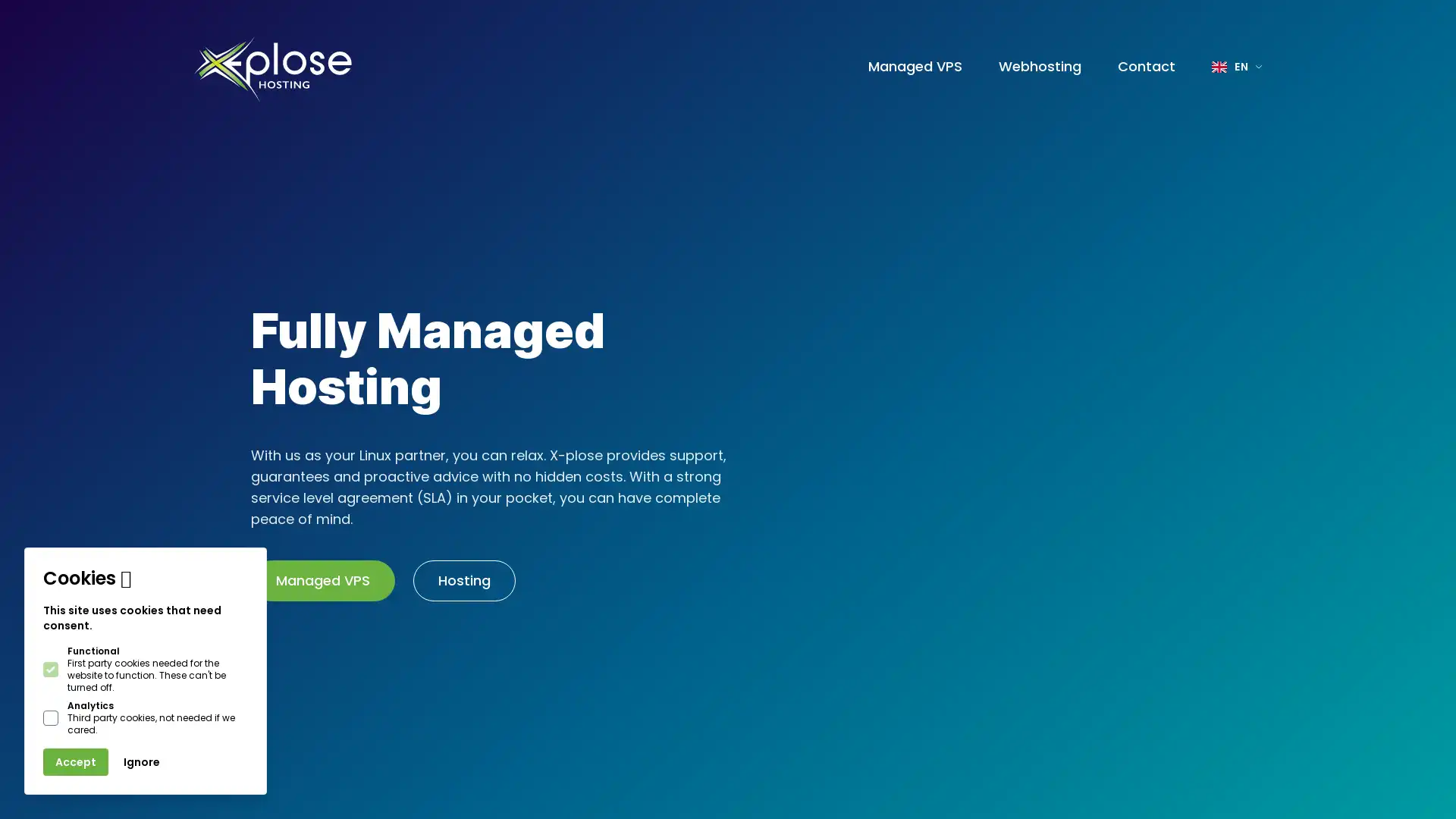 The image size is (1456, 819). I want to click on Accept, so click(75, 762).